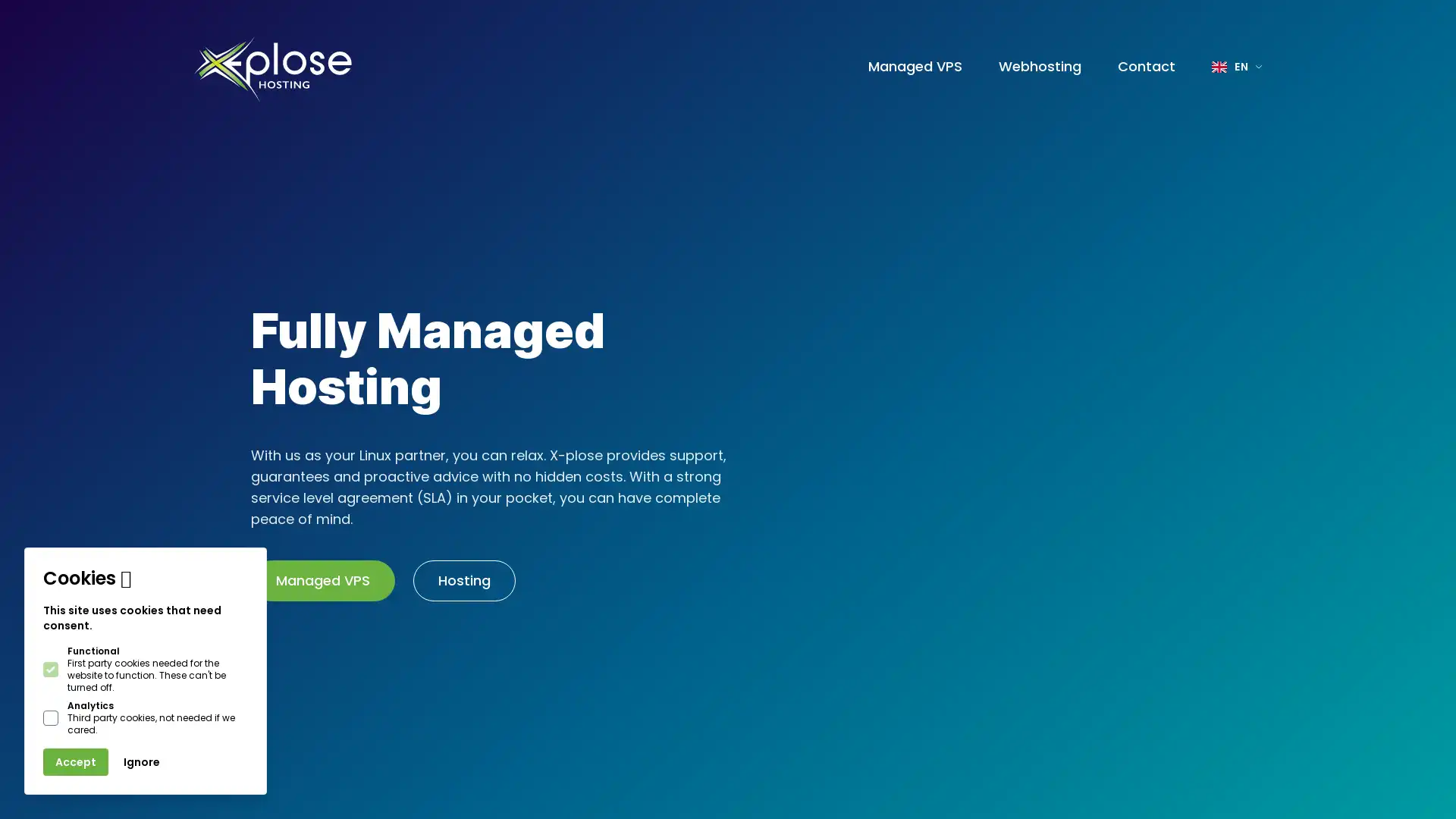 The image size is (1456, 819). I want to click on Accept, so click(75, 762).